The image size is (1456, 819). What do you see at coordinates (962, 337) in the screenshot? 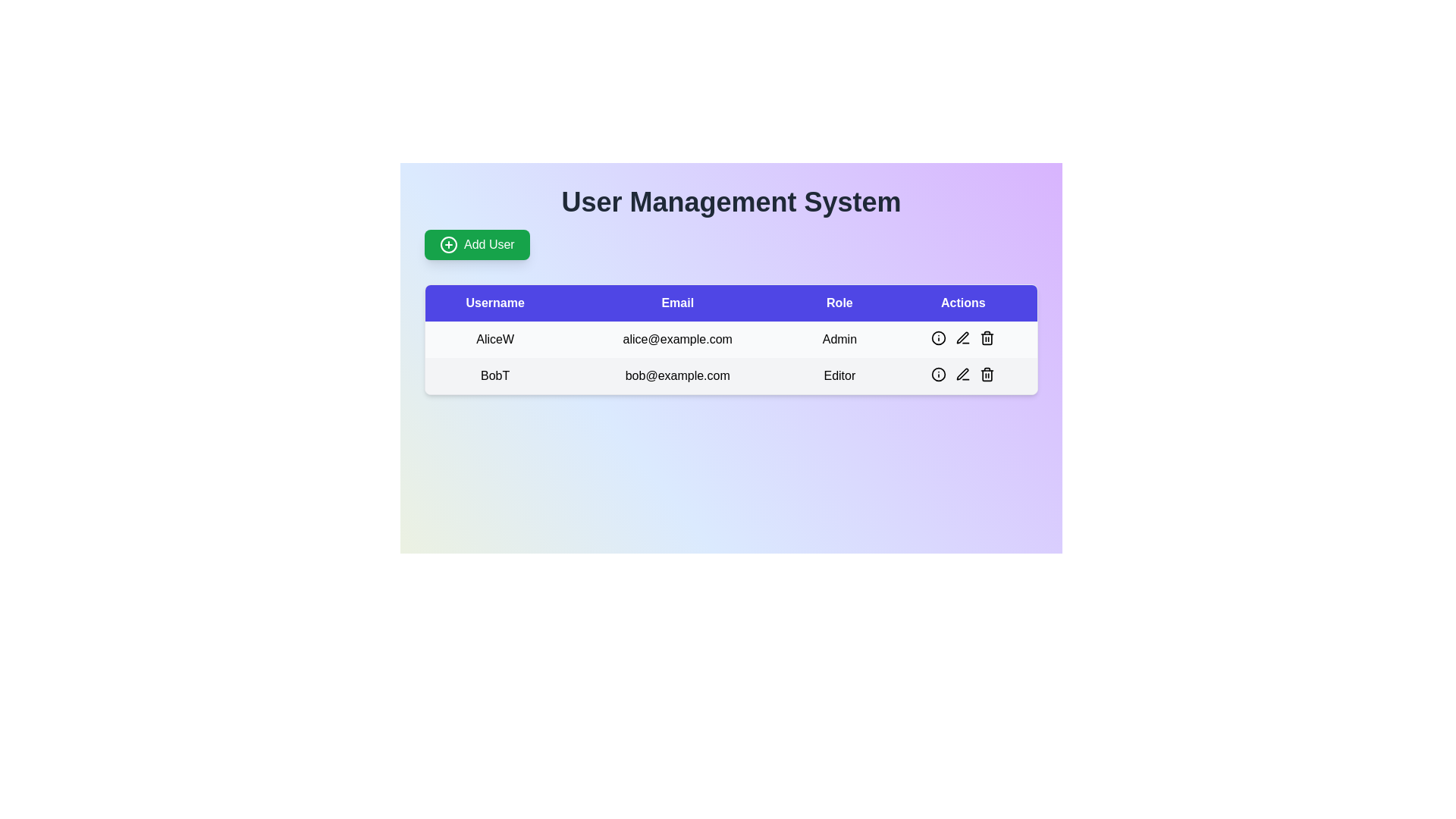
I see `the edit icon button located under the 'Actions' column in the second row associated with the user 'BobT'` at bounding box center [962, 337].